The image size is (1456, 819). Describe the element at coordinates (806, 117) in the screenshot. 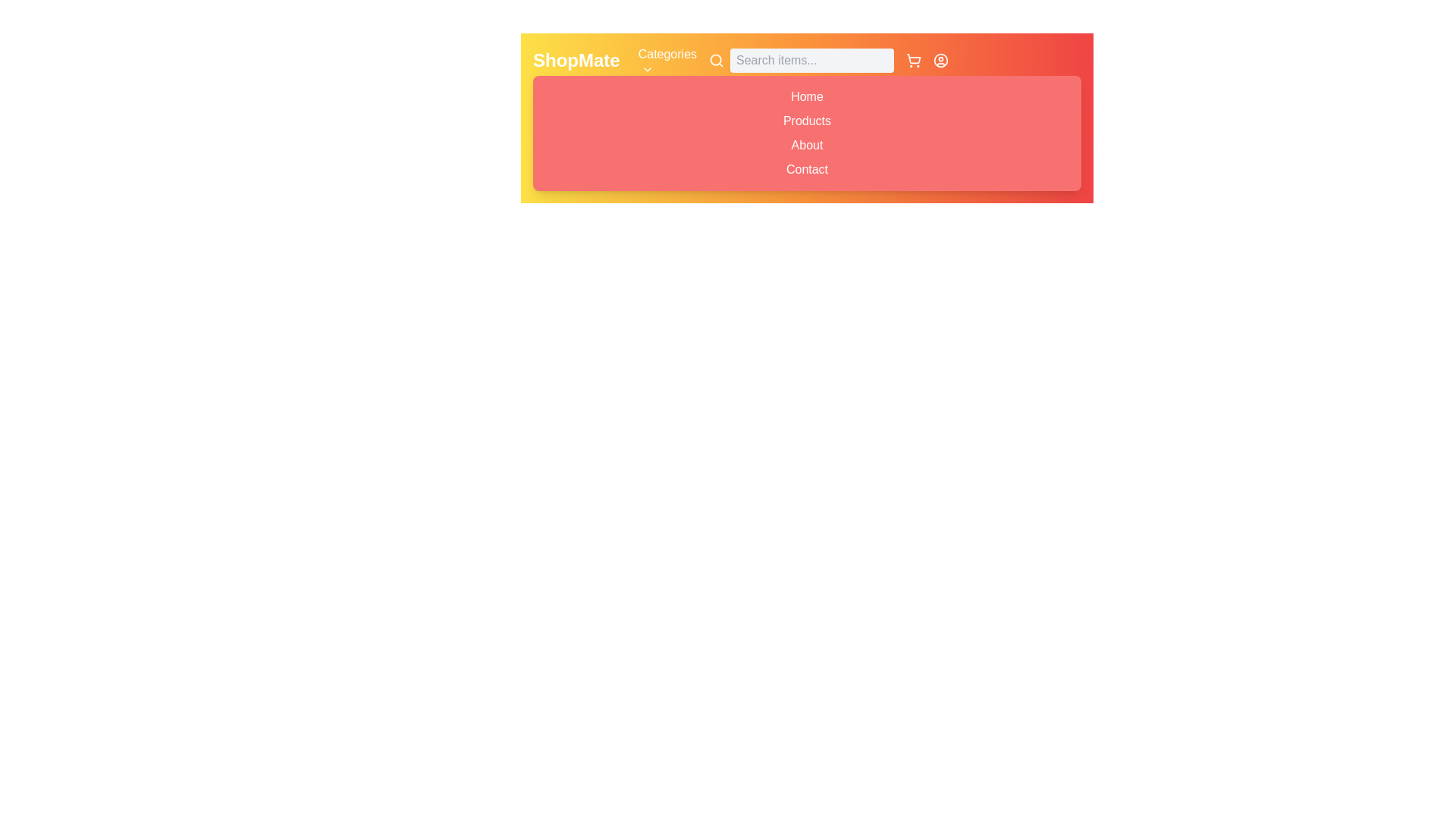

I see `the interactive icons or elements in the Navigation Menu positioned at the top of the application layout` at that location.